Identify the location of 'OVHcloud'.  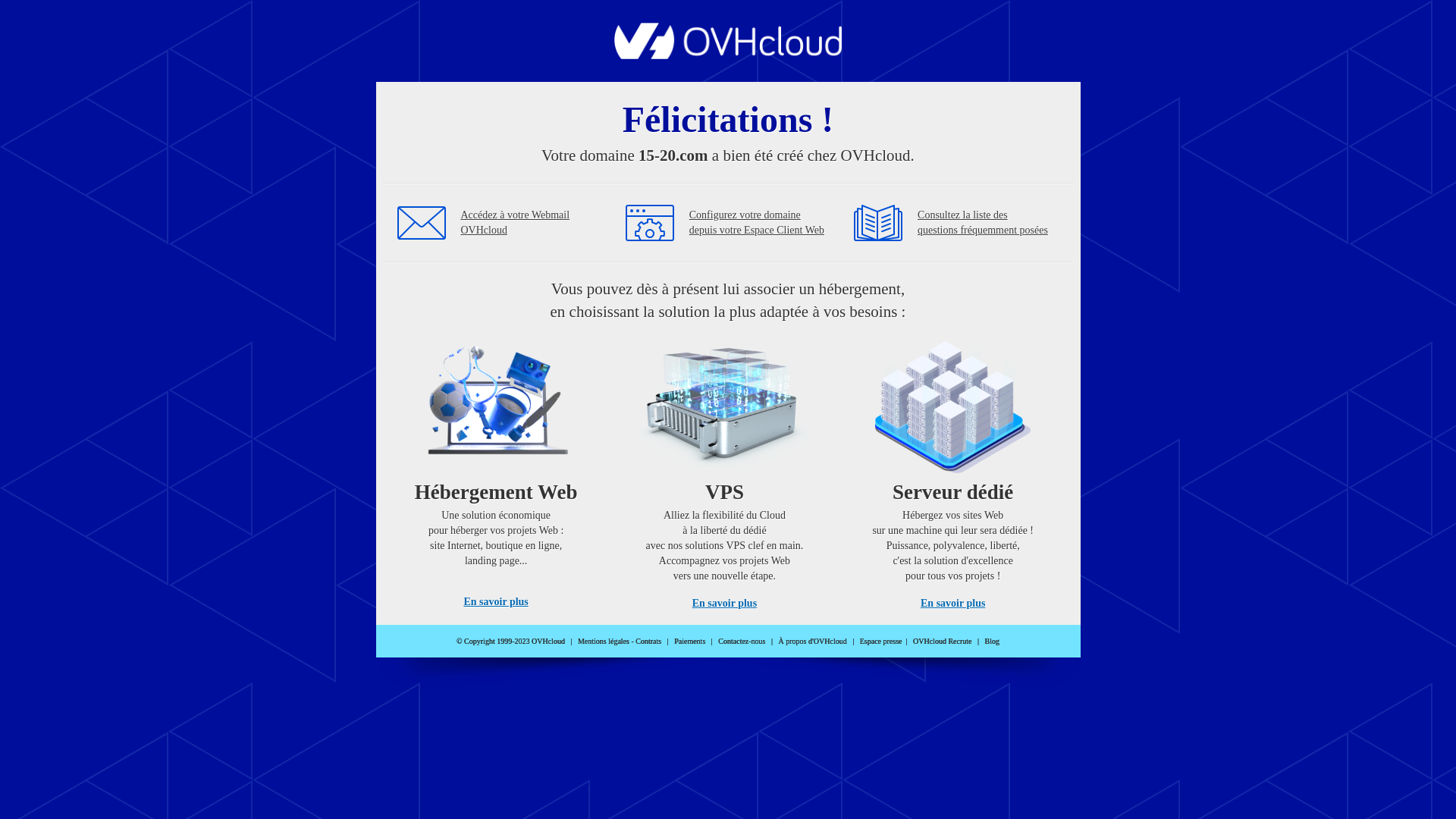
(728, 54).